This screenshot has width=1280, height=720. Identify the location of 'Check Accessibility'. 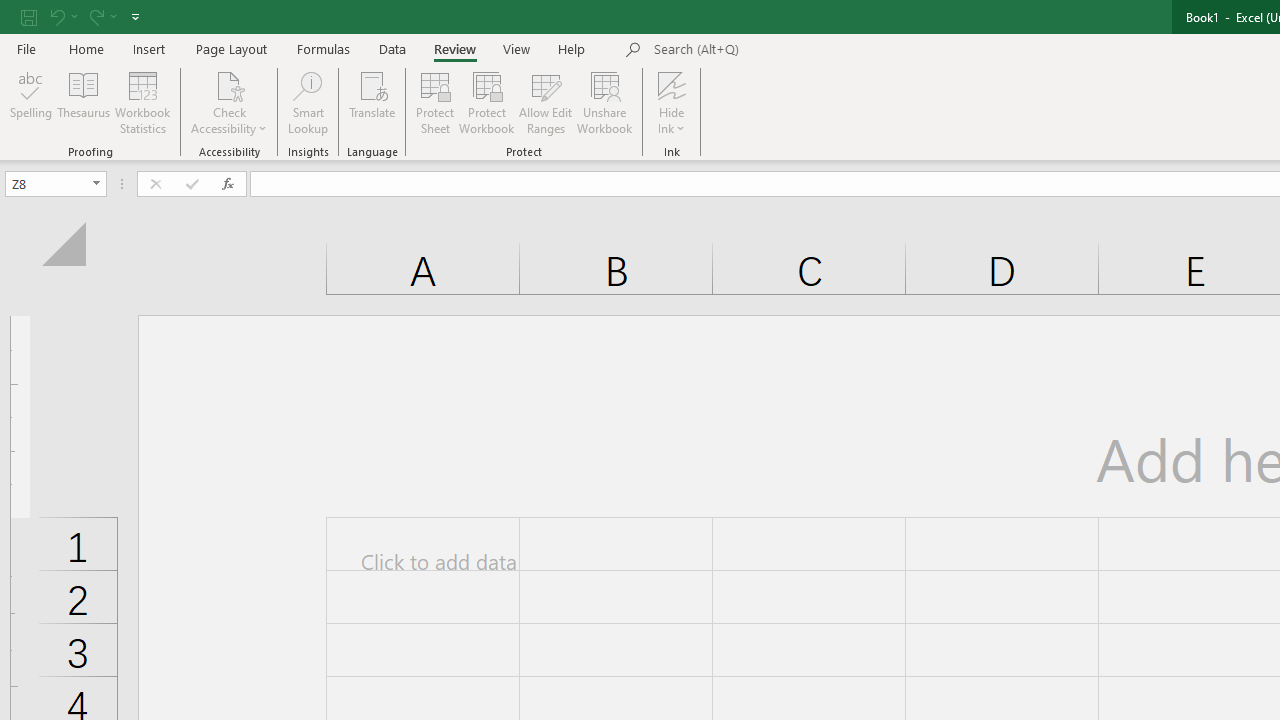
(229, 84).